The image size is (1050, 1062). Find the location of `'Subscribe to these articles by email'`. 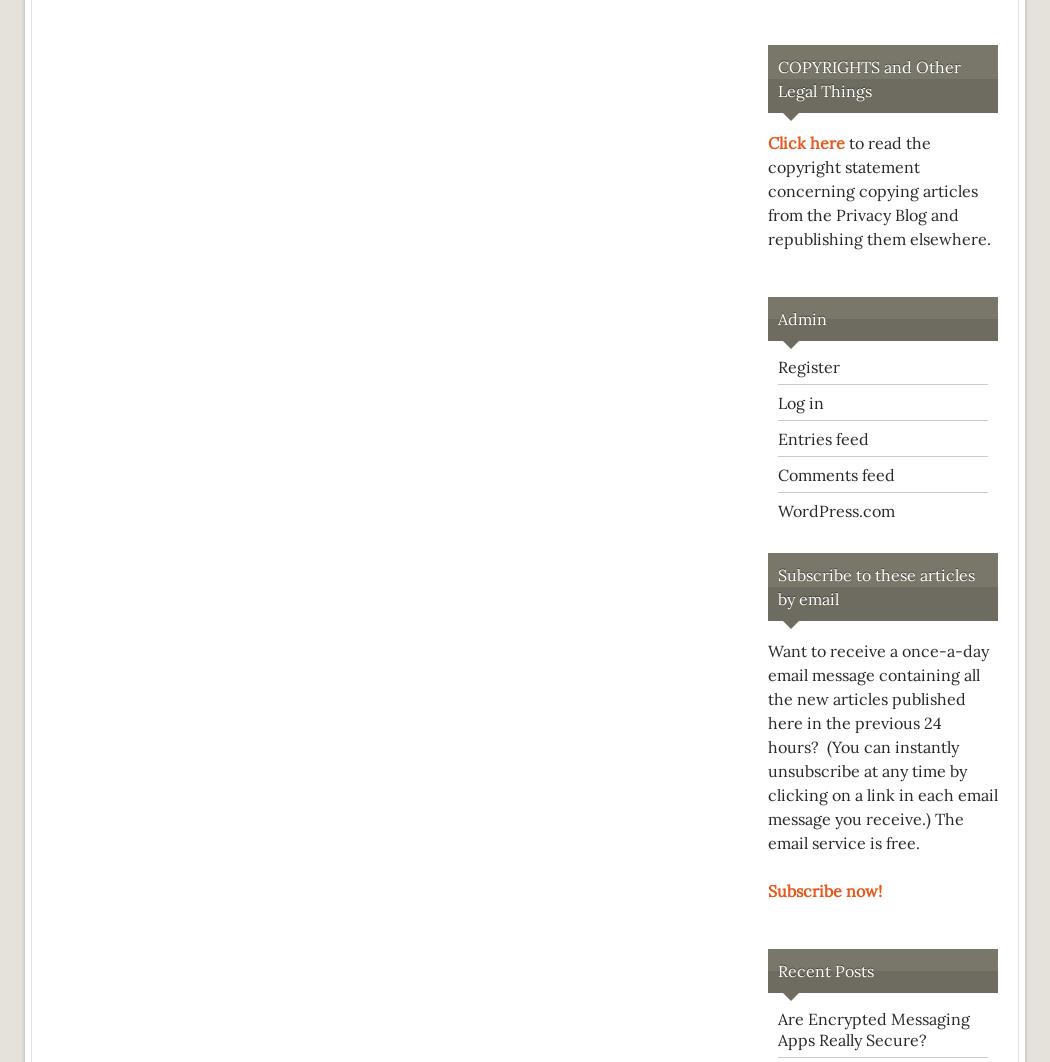

'Subscribe to these articles by email' is located at coordinates (778, 586).